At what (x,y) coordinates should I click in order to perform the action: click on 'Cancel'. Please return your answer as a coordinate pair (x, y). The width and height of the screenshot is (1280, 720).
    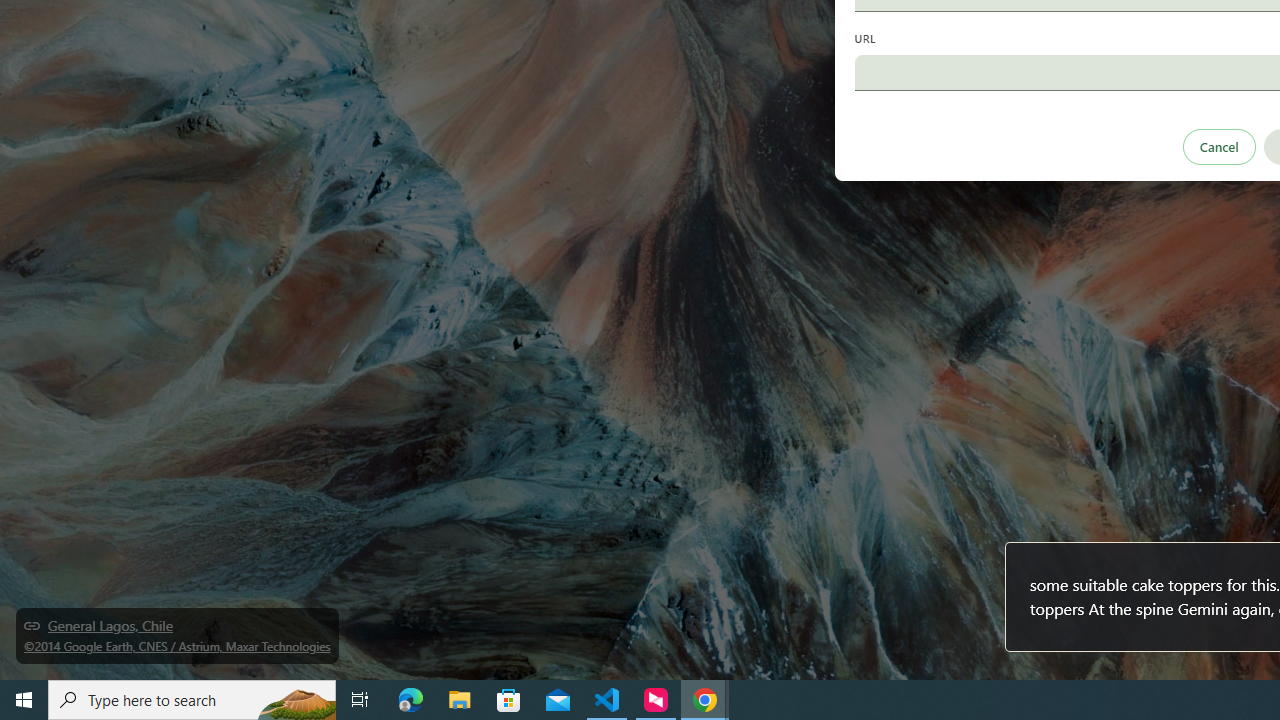
    Looking at the image, I should click on (1217, 145).